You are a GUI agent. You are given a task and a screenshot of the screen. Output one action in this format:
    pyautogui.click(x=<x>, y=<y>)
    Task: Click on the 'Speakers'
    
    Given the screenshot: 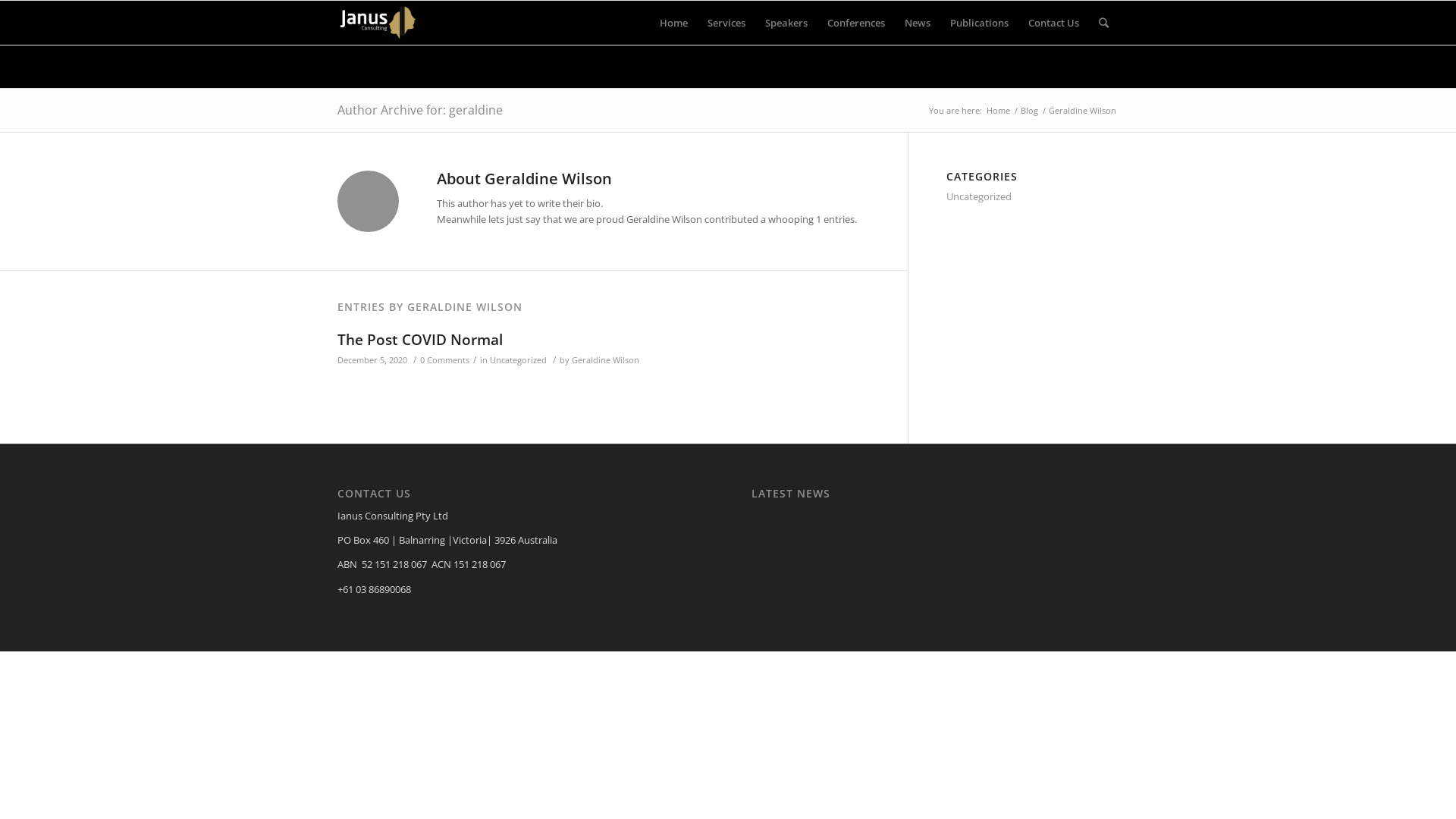 What is the action you would take?
    pyautogui.click(x=755, y=23)
    